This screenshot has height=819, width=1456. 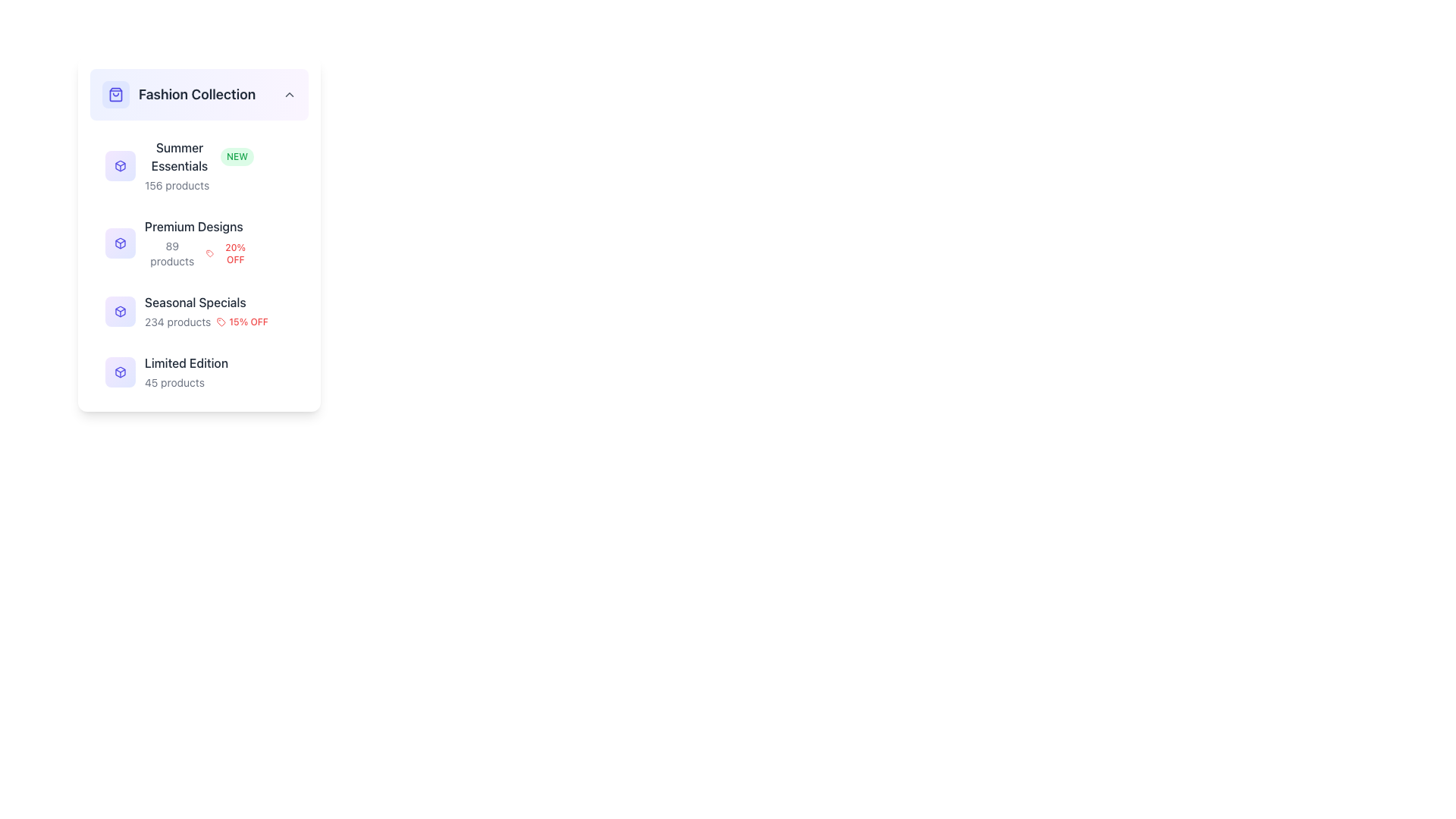 I want to click on the text label displaying '20% OFF' in red color, which is located beneath the 'Premium Designs' section and to the right of a small red tag icon in the 'Fashion Collection' section, so click(x=228, y=253).